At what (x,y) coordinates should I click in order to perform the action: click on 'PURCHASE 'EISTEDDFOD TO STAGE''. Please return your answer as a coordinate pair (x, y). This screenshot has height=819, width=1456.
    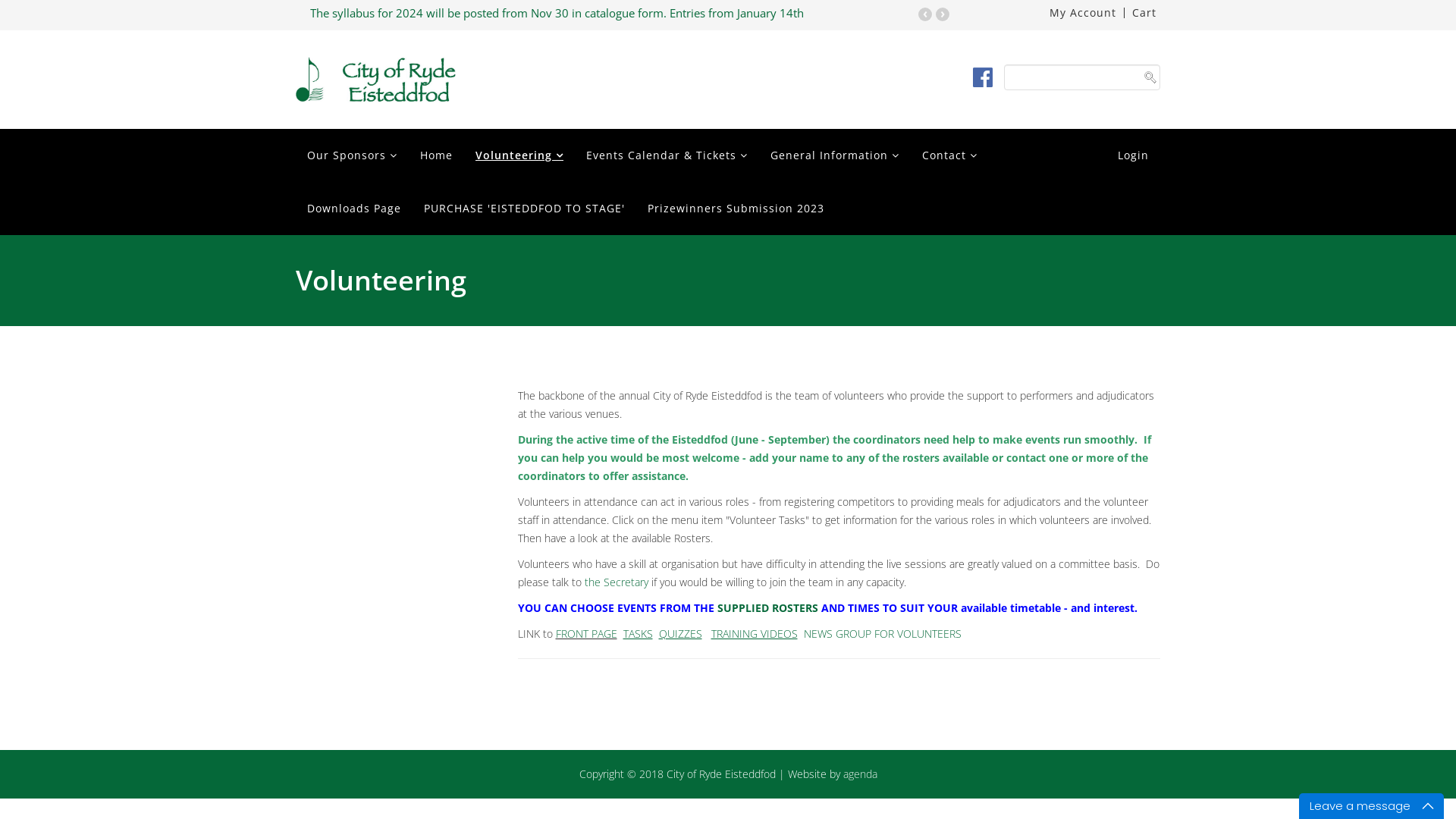
    Looking at the image, I should click on (524, 208).